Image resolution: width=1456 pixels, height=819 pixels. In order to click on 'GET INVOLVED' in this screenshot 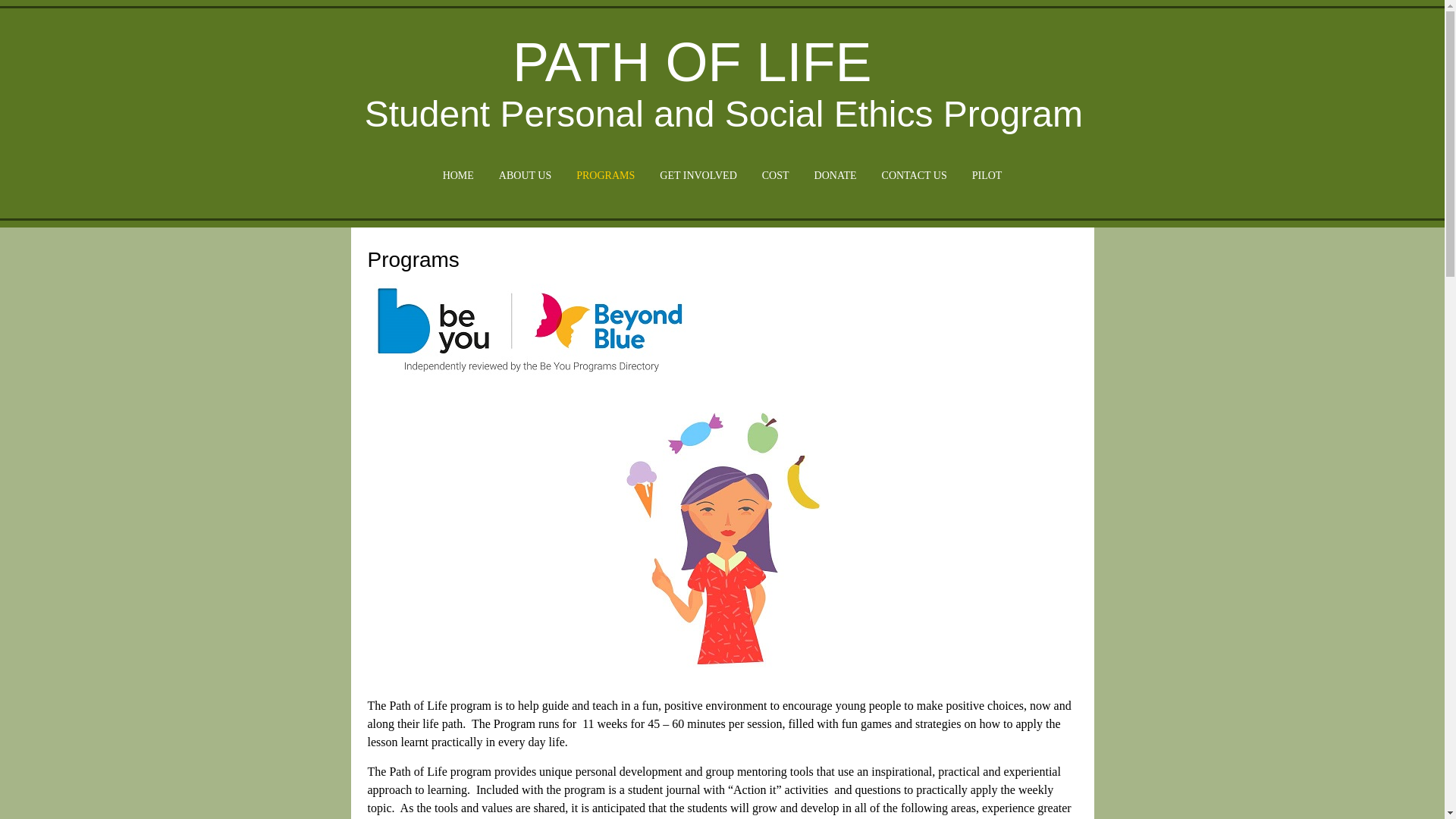, I will do `click(698, 174)`.